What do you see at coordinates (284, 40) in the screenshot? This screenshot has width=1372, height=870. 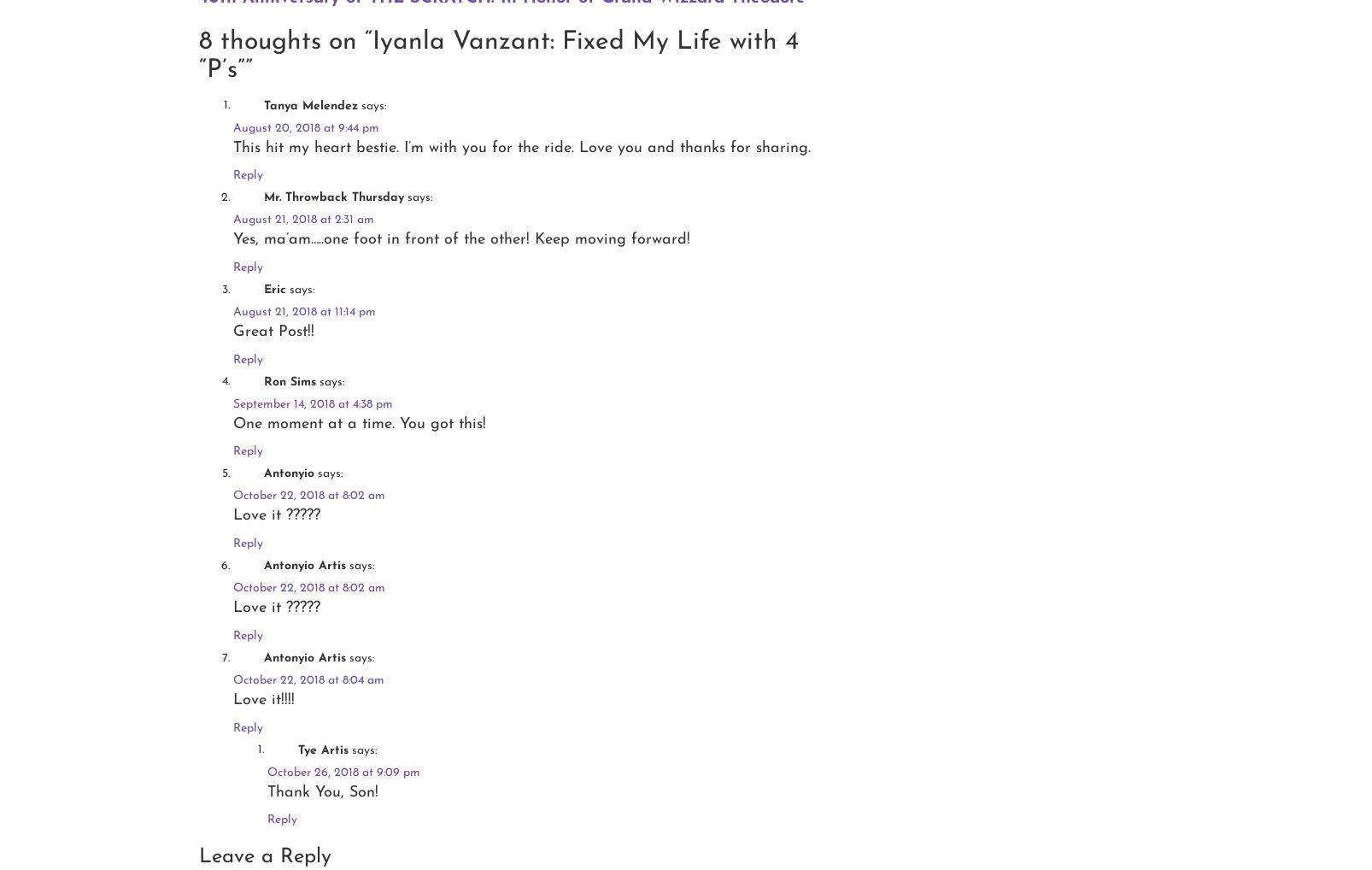 I see `'8 thoughts on “'` at bounding box center [284, 40].